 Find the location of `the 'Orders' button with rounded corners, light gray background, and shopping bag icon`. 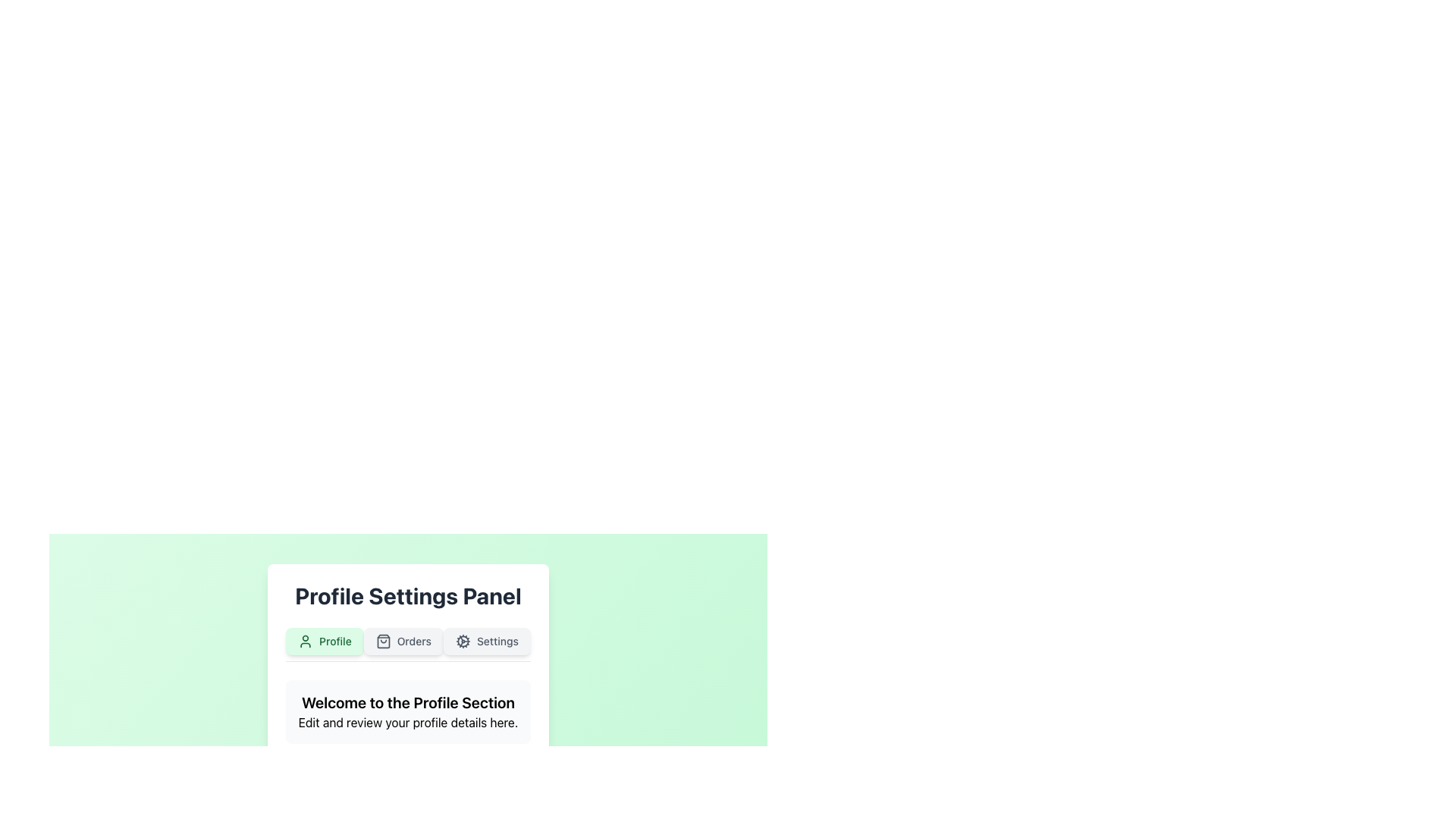

the 'Orders' button with rounded corners, light gray background, and shopping bag icon is located at coordinates (403, 641).